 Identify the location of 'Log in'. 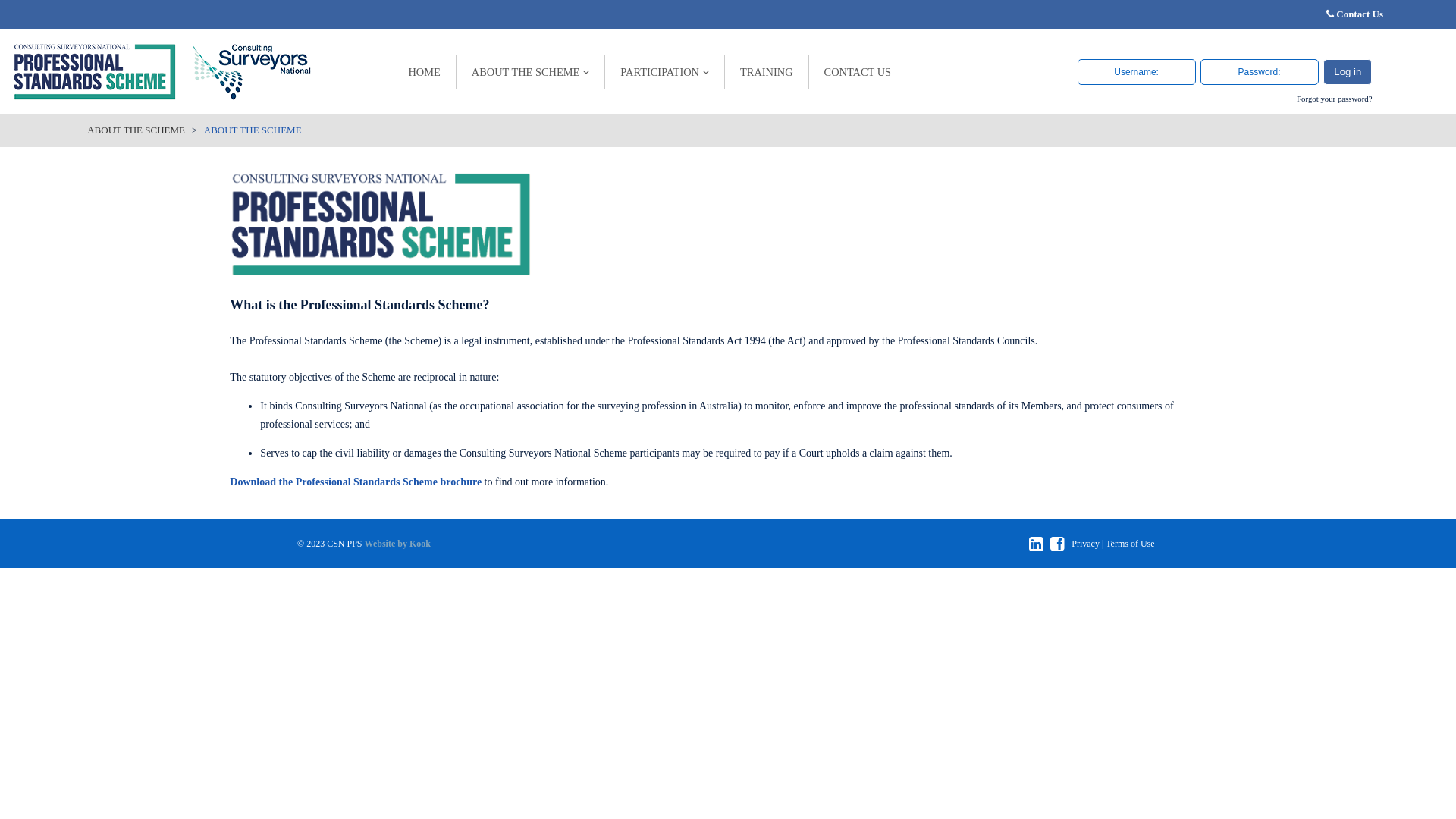
(1347, 72).